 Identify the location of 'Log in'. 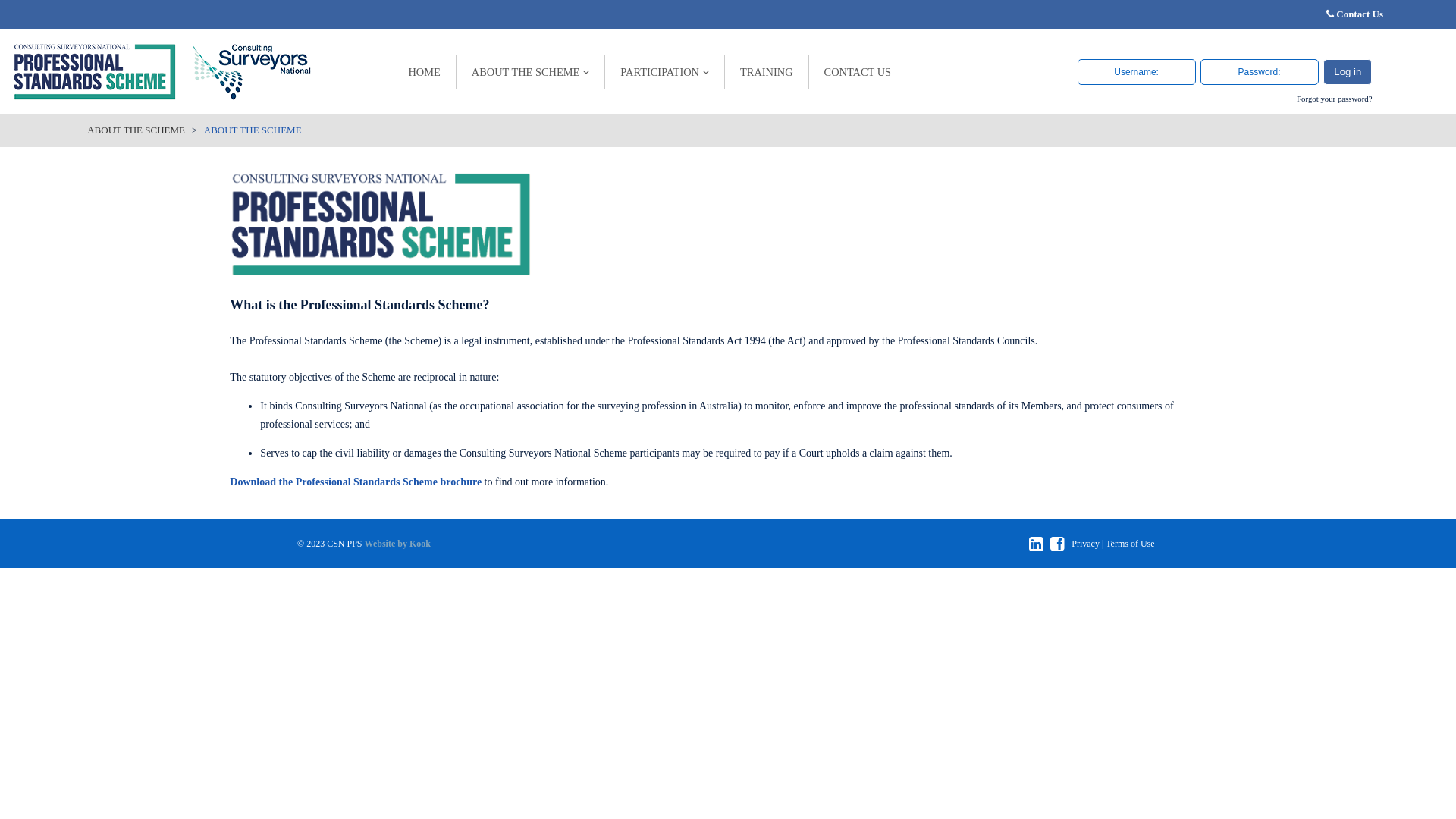
(1347, 72).